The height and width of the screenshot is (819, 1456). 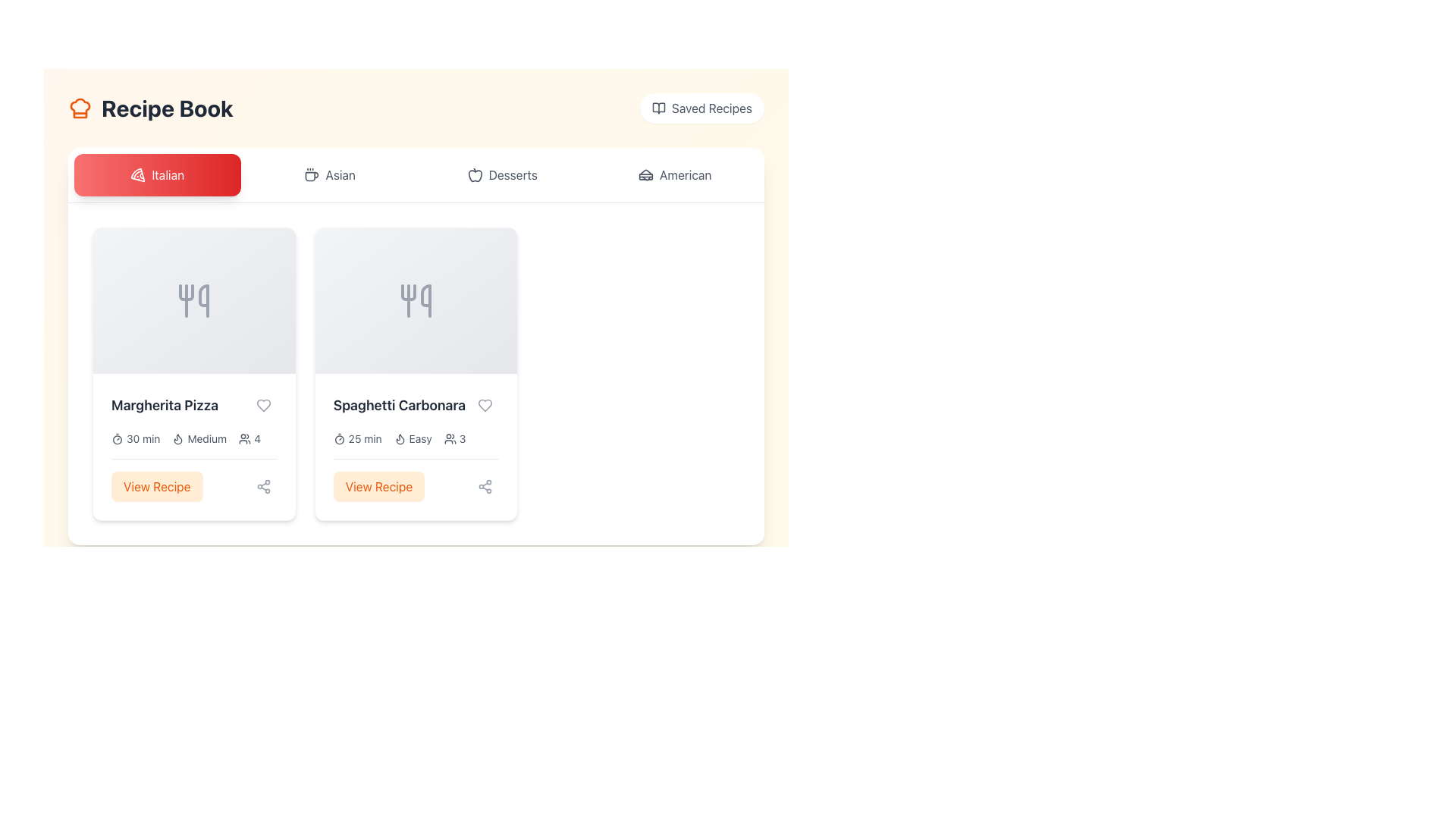 I want to click on the 'Medium' difficulty level text within the 'Margherita Pizza' card, located between the '30 min' and '4' details, so click(x=199, y=438).